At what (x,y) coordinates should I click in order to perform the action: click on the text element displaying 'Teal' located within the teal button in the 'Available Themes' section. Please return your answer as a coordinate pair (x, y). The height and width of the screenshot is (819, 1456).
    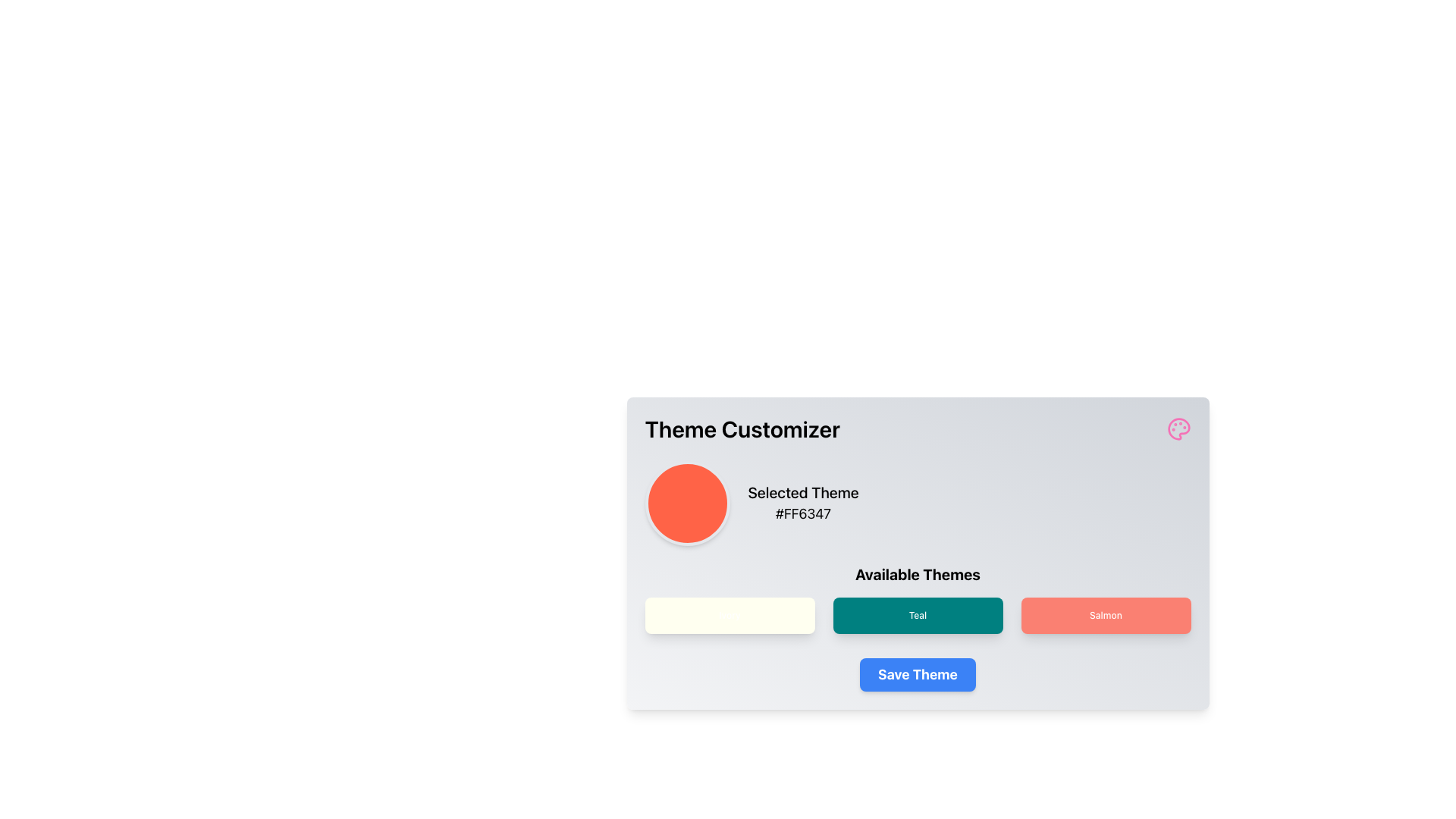
    Looking at the image, I should click on (917, 616).